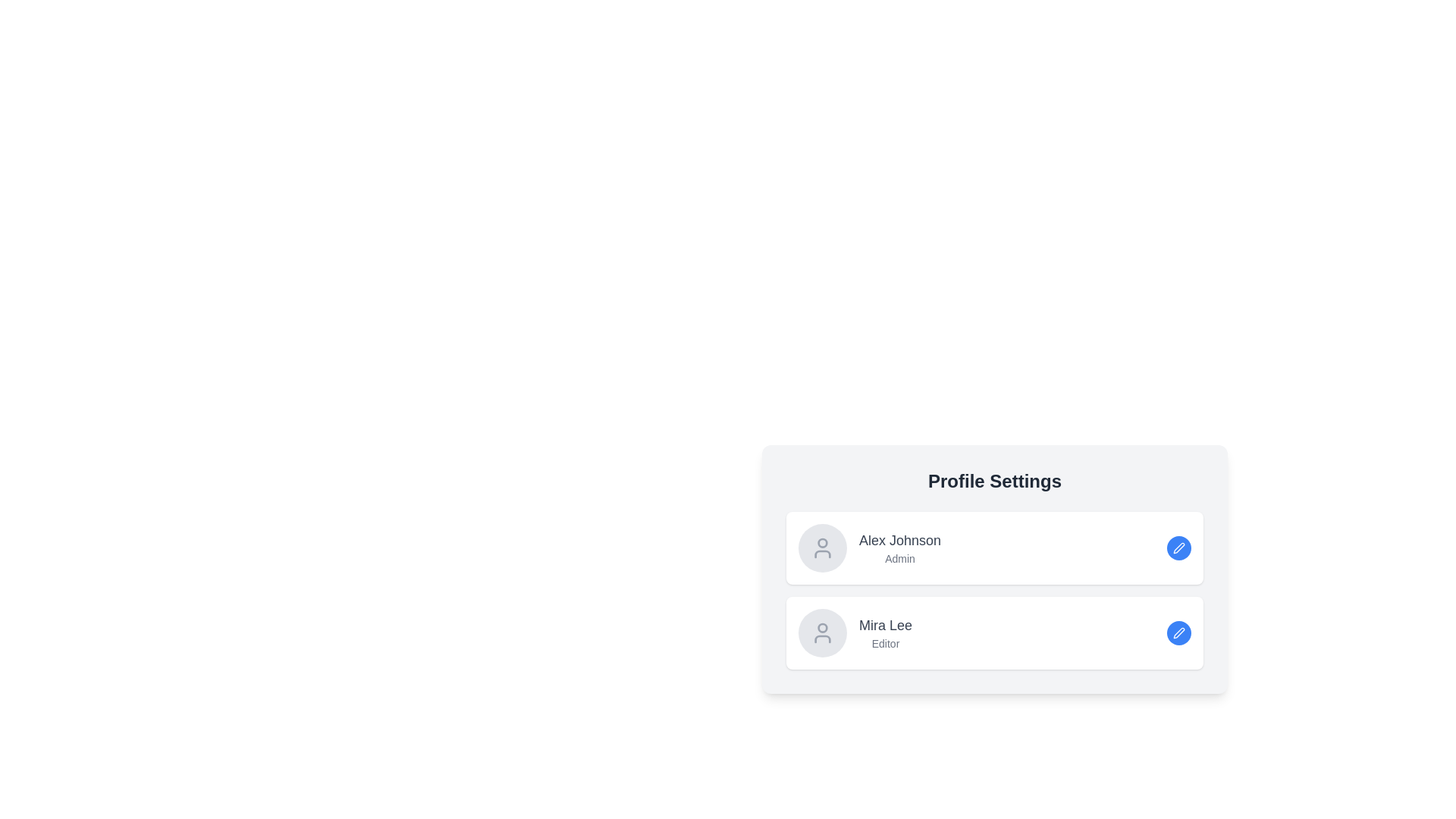 This screenshot has height=819, width=1456. What do you see at coordinates (899, 540) in the screenshot?
I see `the text label displaying 'Alex Johnson' which is located at the top of the profile entry card in the 'Profile Settings' section` at bounding box center [899, 540].